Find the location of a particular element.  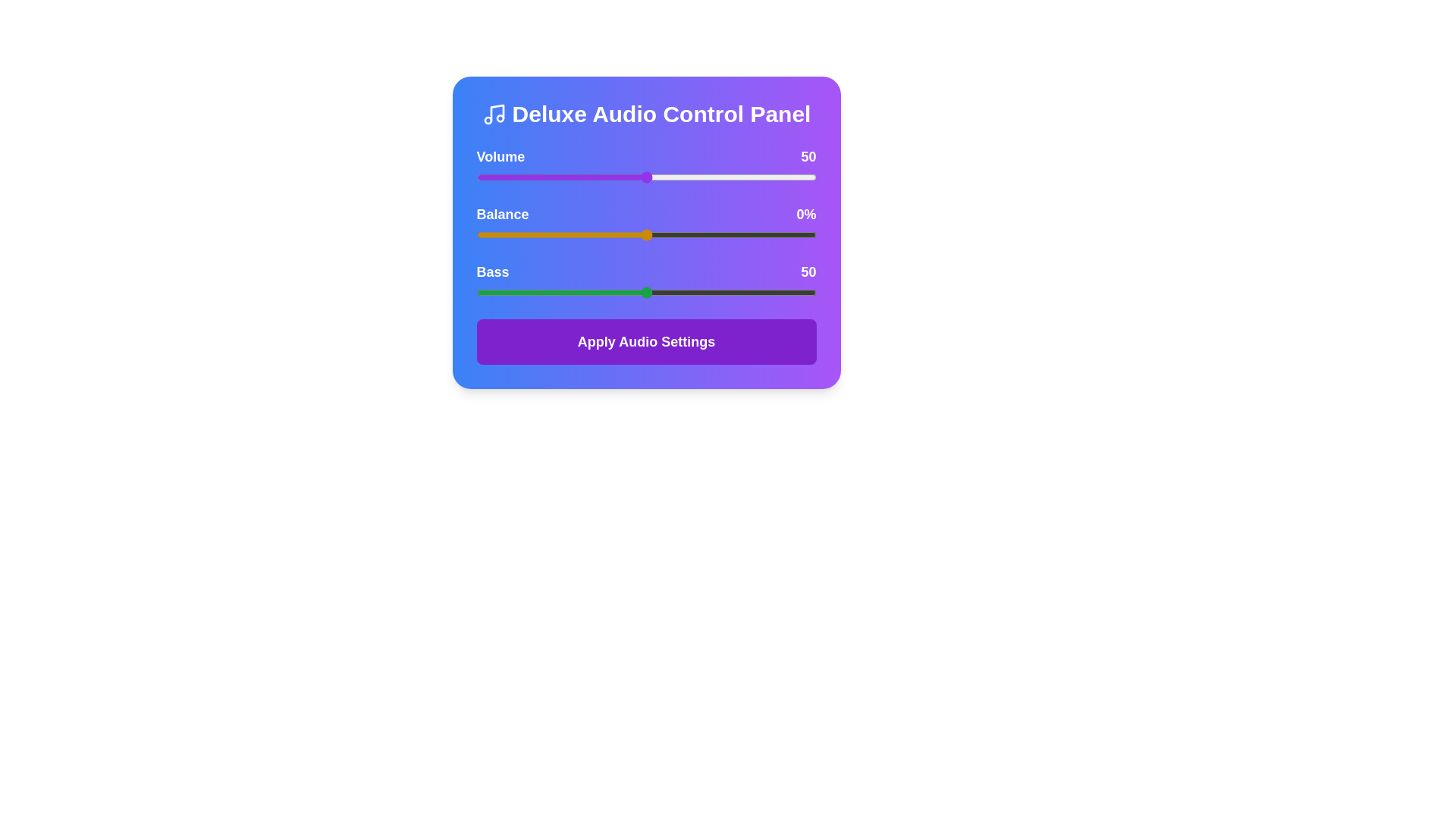

bass level is located at coordinates (588, 292).